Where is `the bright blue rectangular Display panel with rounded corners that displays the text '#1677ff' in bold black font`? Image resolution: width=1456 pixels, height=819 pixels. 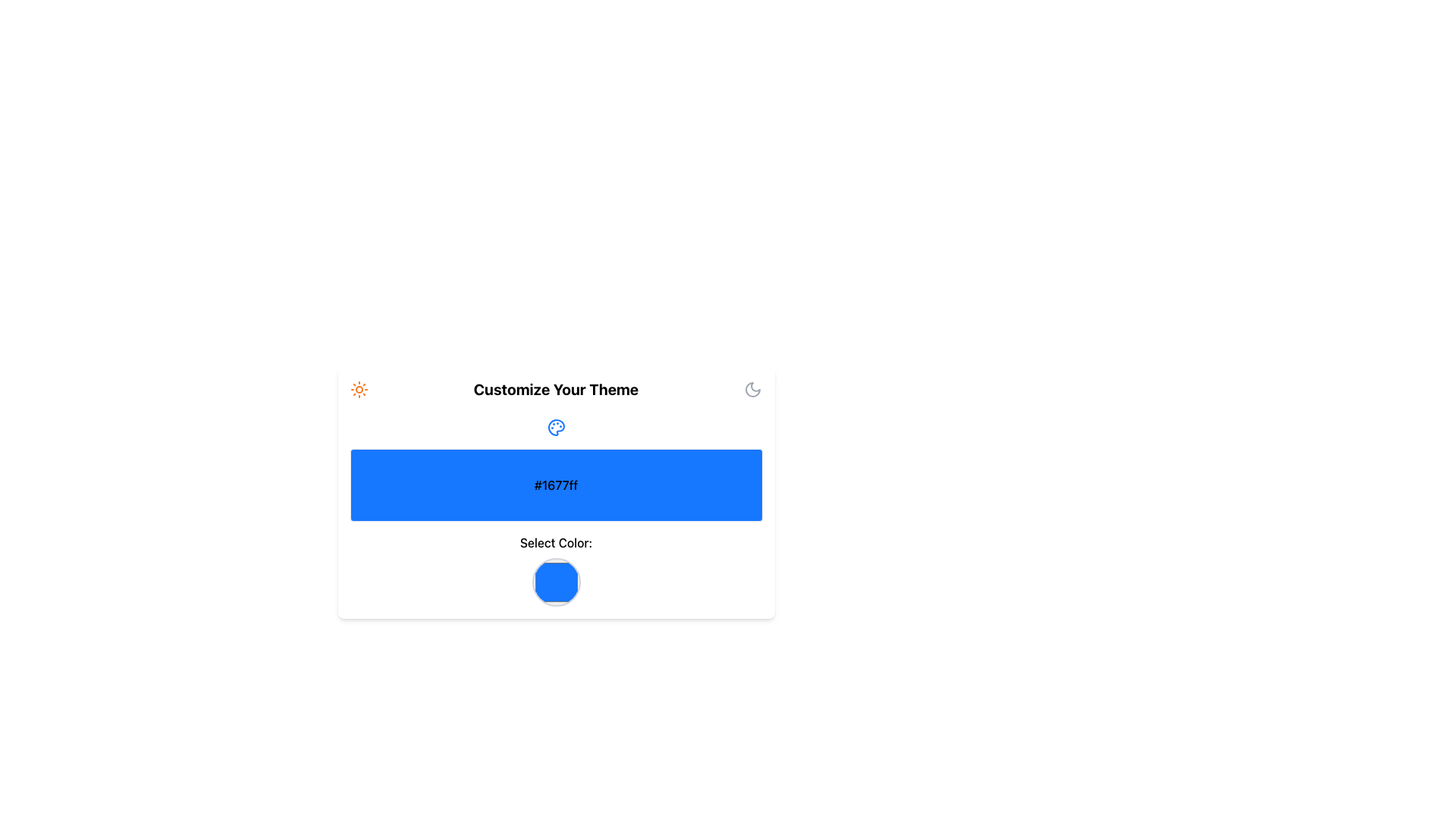 the bright blue rectangular Display panel with rounded corners that displays the text '#1677ff' in bold black font is located at coordinates (555, 485).